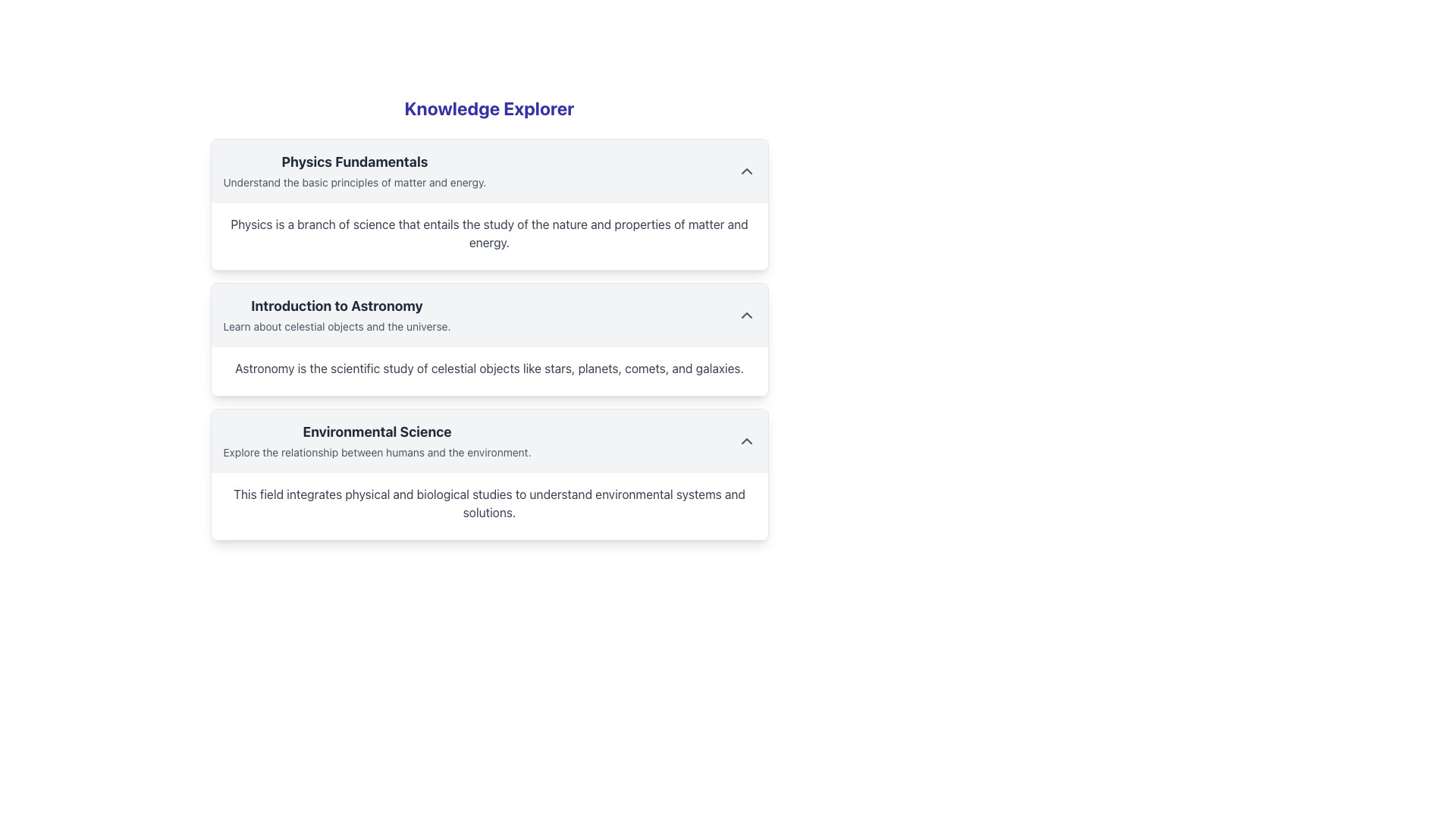  Describe the element at coordinates (746, 171) in the screenshot. I see `the arrow button in the top-right corner of the gray header labeled 'Physics Fundamentals'` at that location.